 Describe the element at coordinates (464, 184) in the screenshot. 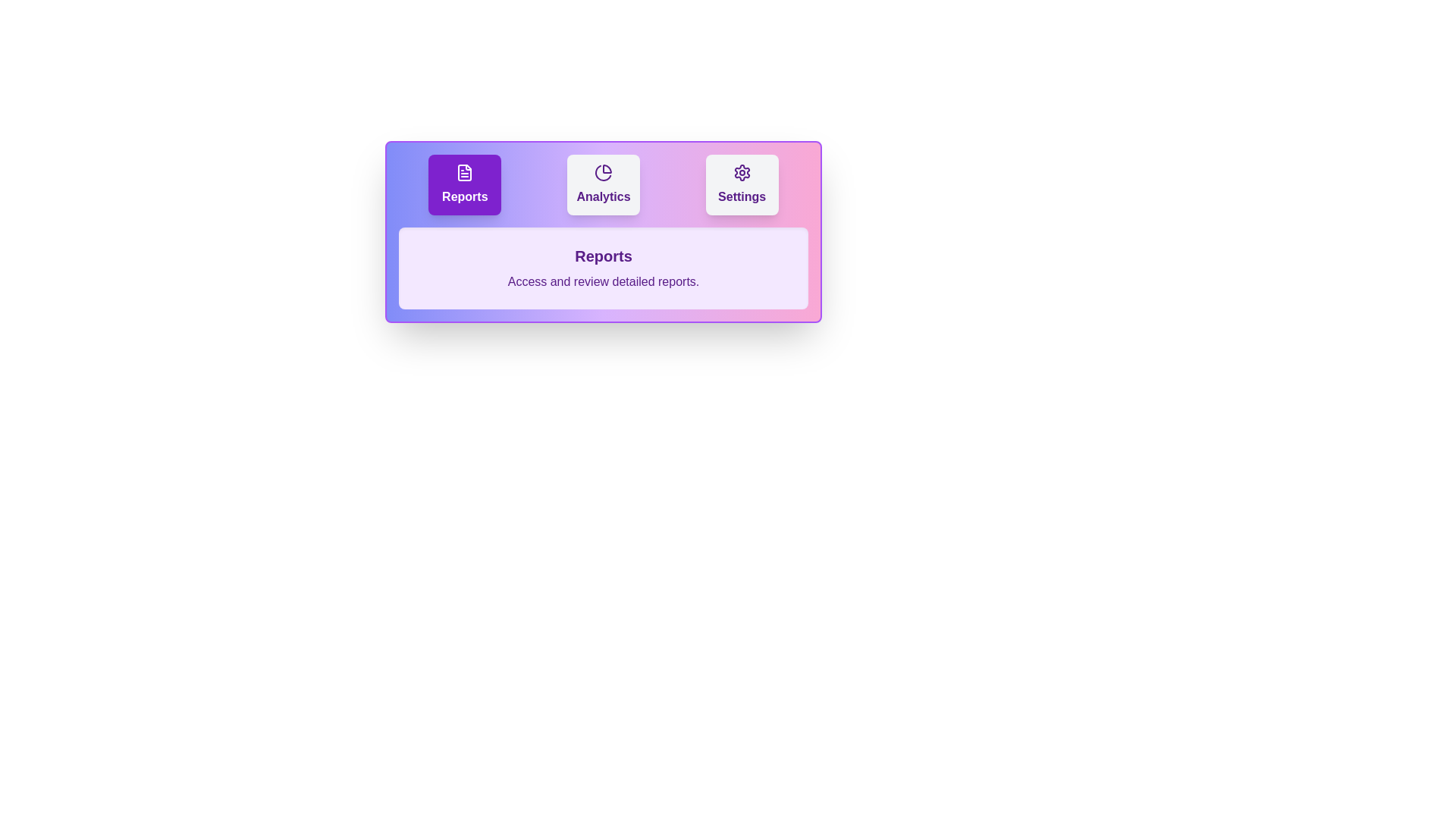

I see `the button labeled 'Reports' to observe its hover effect` at that location.